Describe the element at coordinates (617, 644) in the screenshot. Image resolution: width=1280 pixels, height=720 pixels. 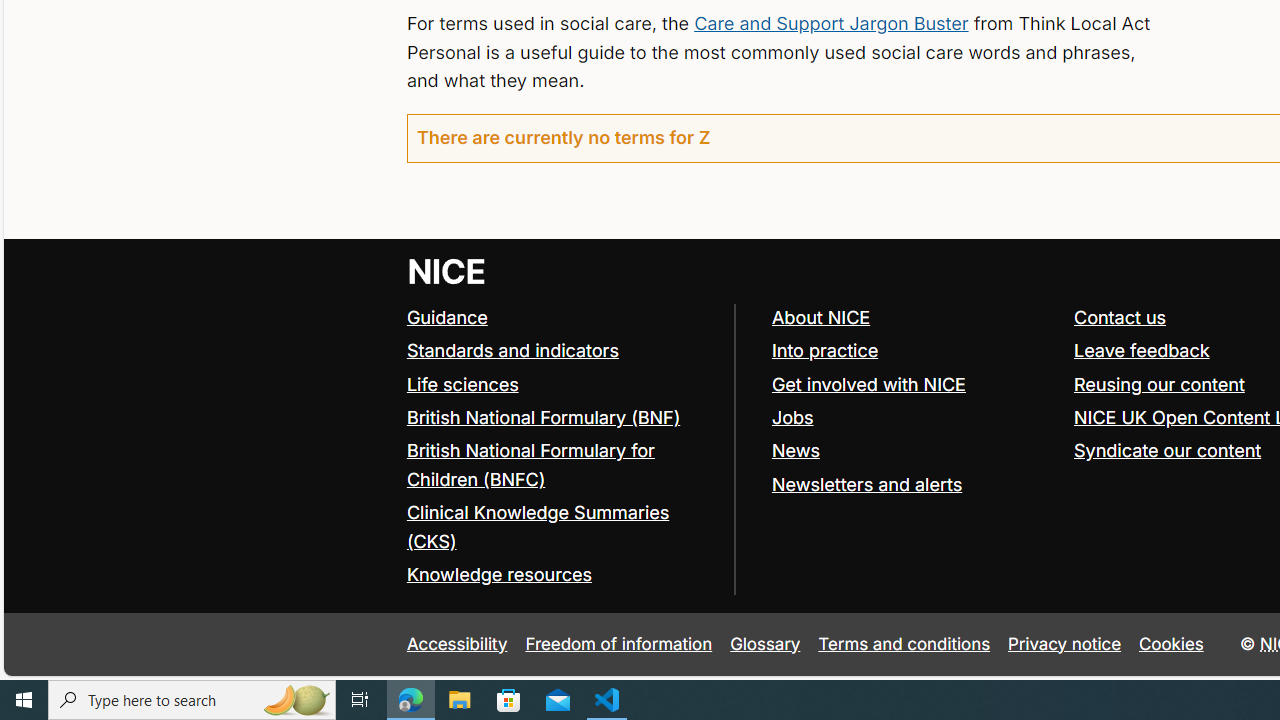
I see `'Freedom of information'` at that location.